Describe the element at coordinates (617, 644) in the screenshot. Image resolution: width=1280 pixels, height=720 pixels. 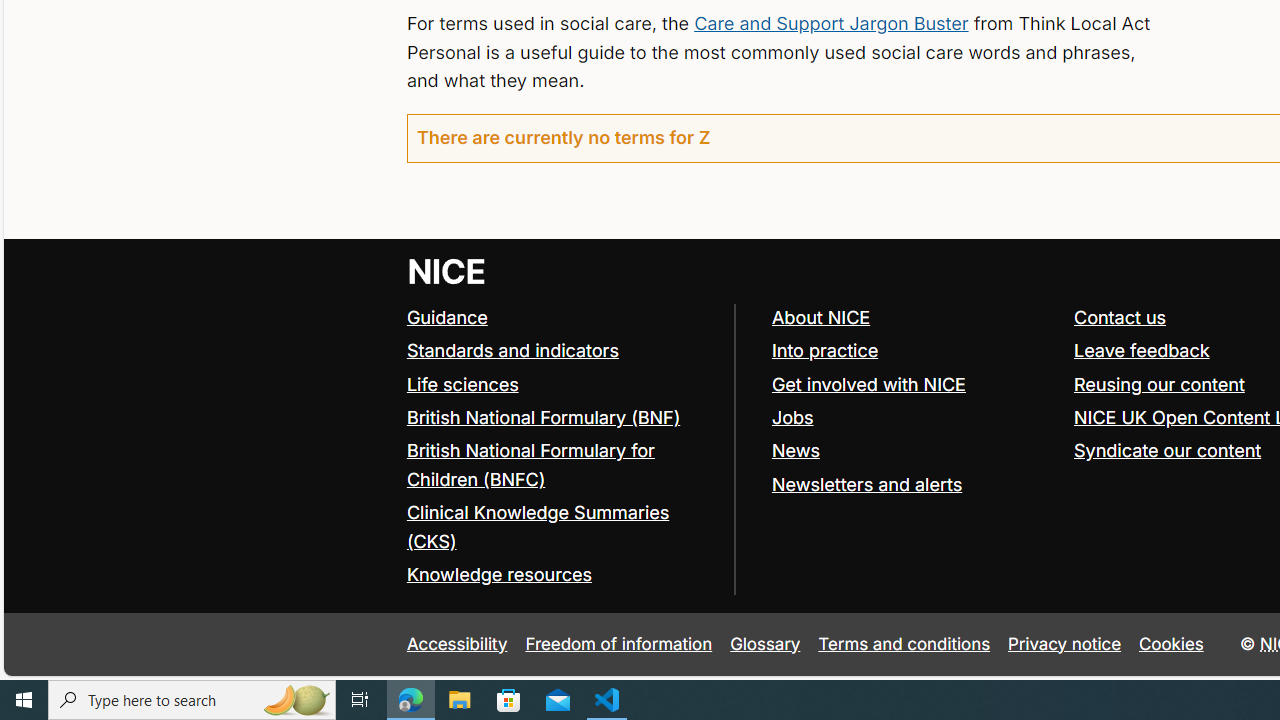
I see `'Freedom of information'` at that location.